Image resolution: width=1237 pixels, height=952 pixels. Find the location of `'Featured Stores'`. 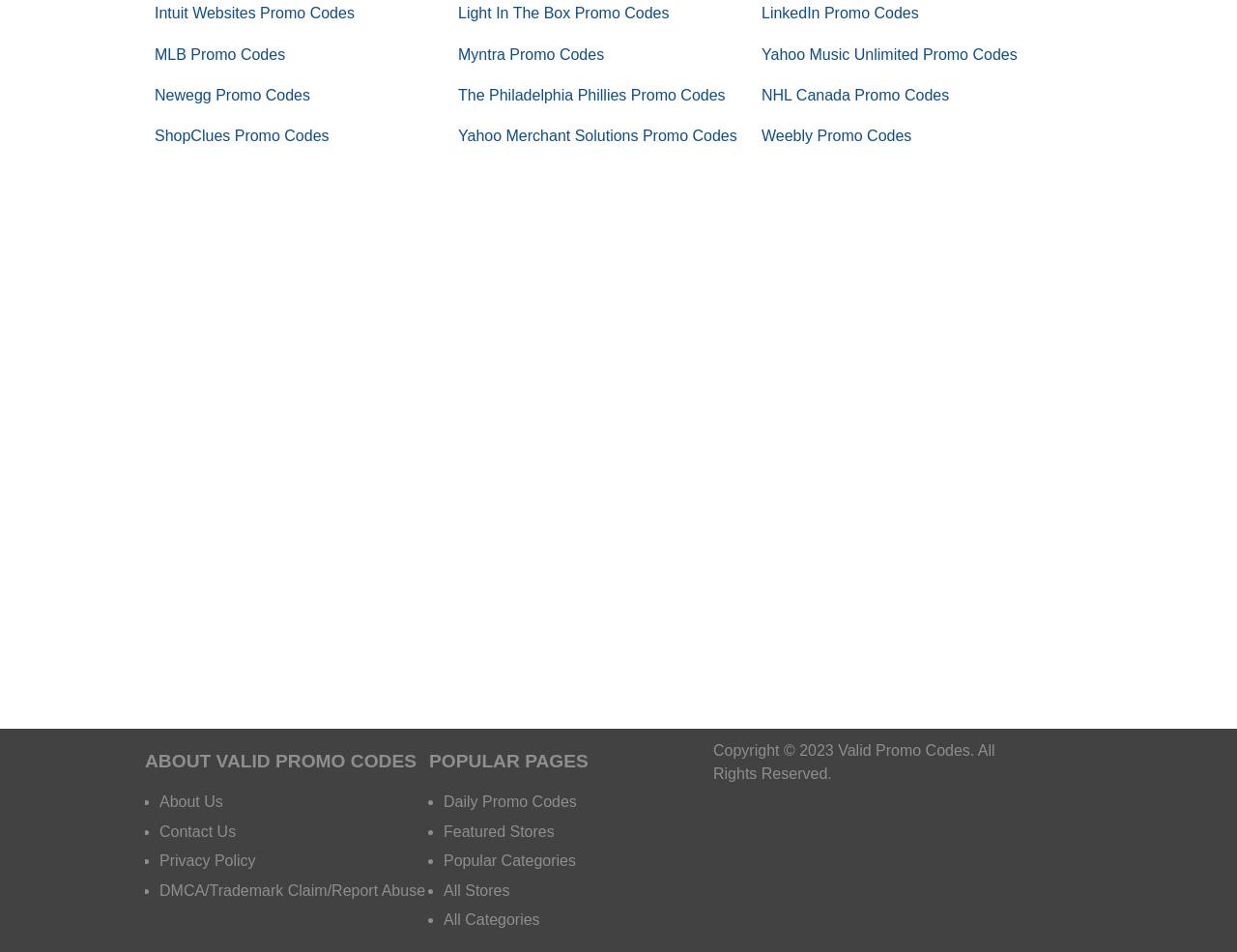

'Featured Stores' is located at coordinates (498, 829).